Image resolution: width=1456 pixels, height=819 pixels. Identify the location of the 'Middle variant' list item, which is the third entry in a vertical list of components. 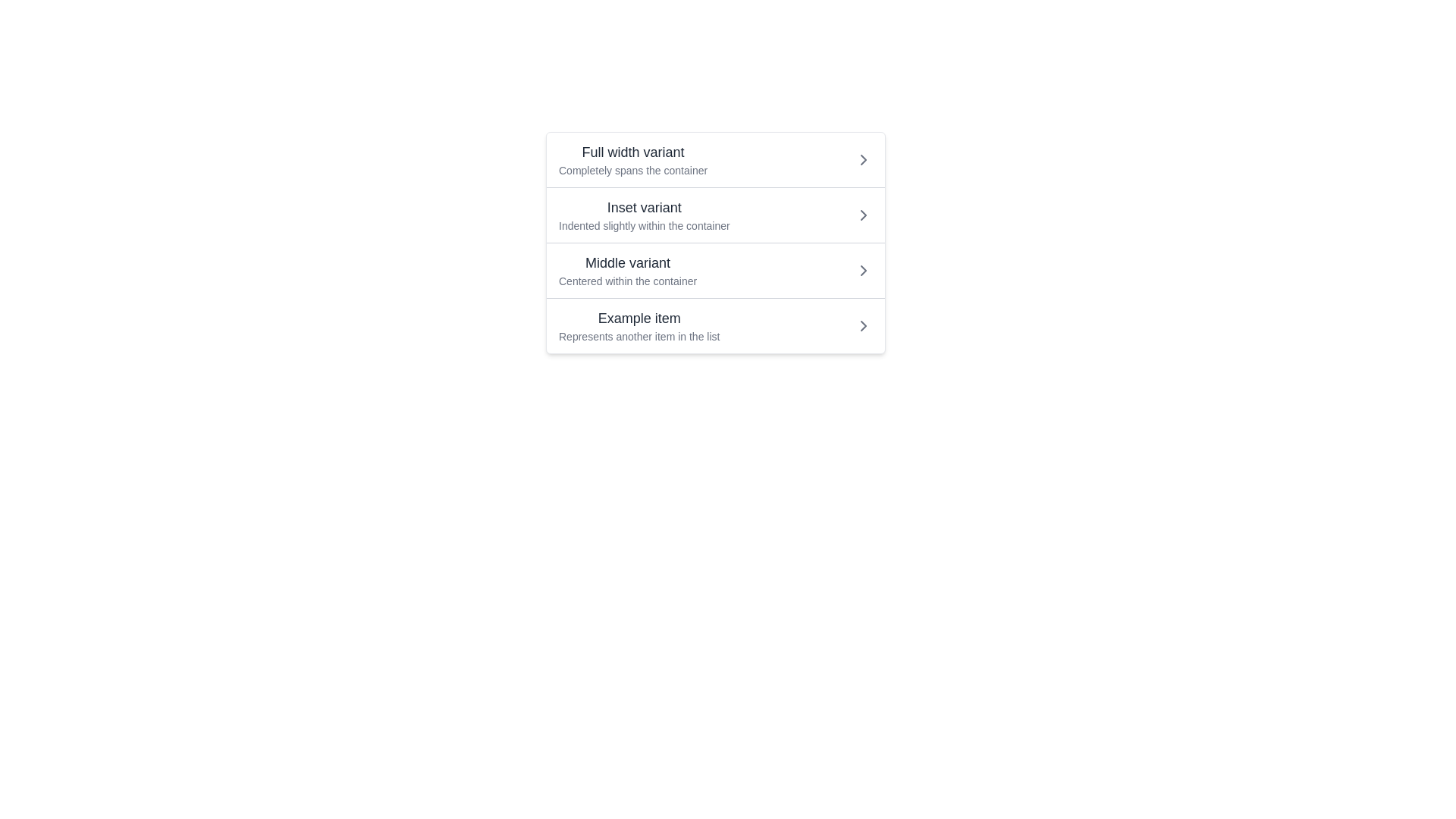
(628, 270).